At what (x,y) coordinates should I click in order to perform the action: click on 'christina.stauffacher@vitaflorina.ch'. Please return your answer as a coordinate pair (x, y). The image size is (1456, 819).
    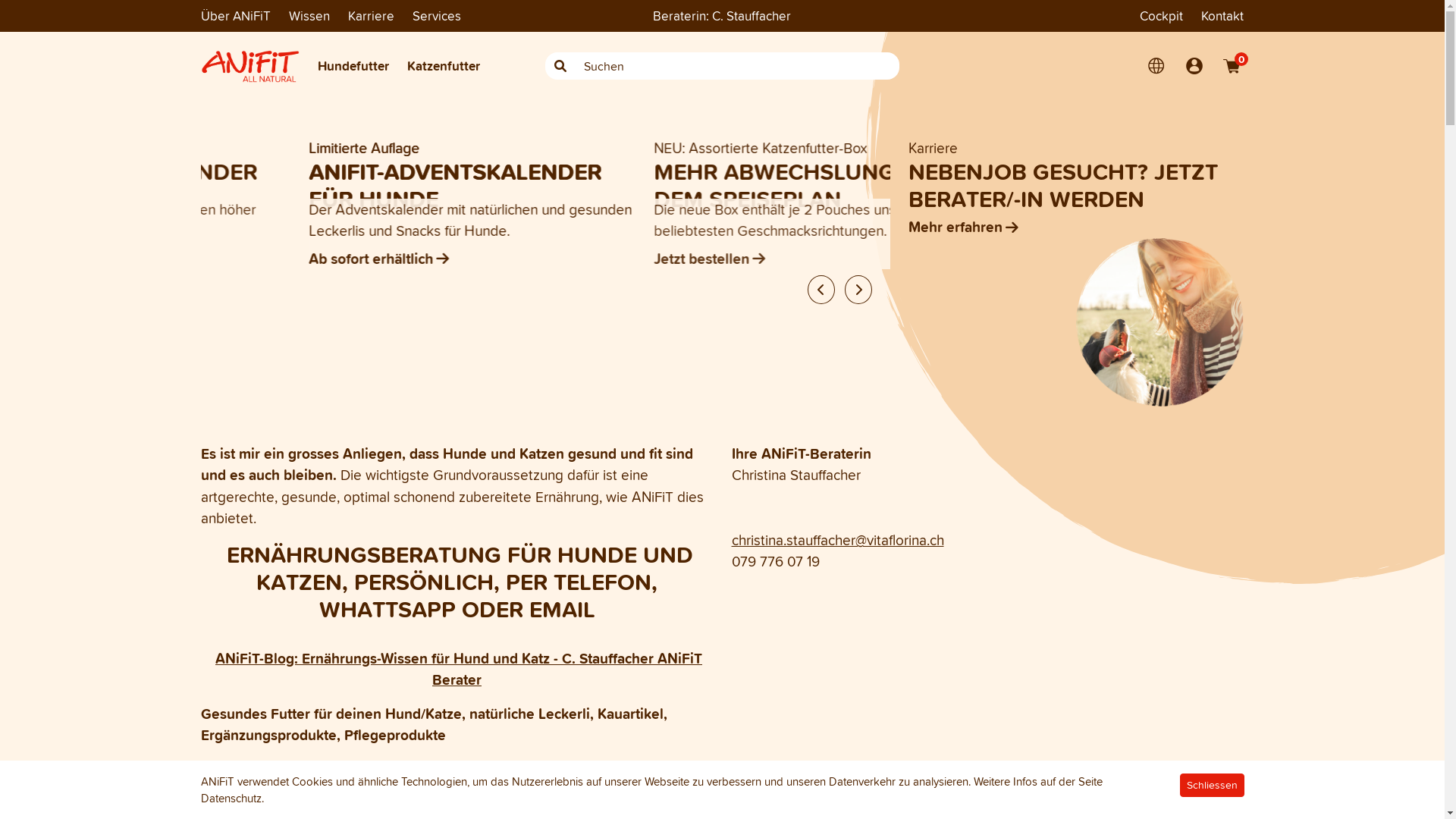
    Looking at the image, I should click on (836, 539).